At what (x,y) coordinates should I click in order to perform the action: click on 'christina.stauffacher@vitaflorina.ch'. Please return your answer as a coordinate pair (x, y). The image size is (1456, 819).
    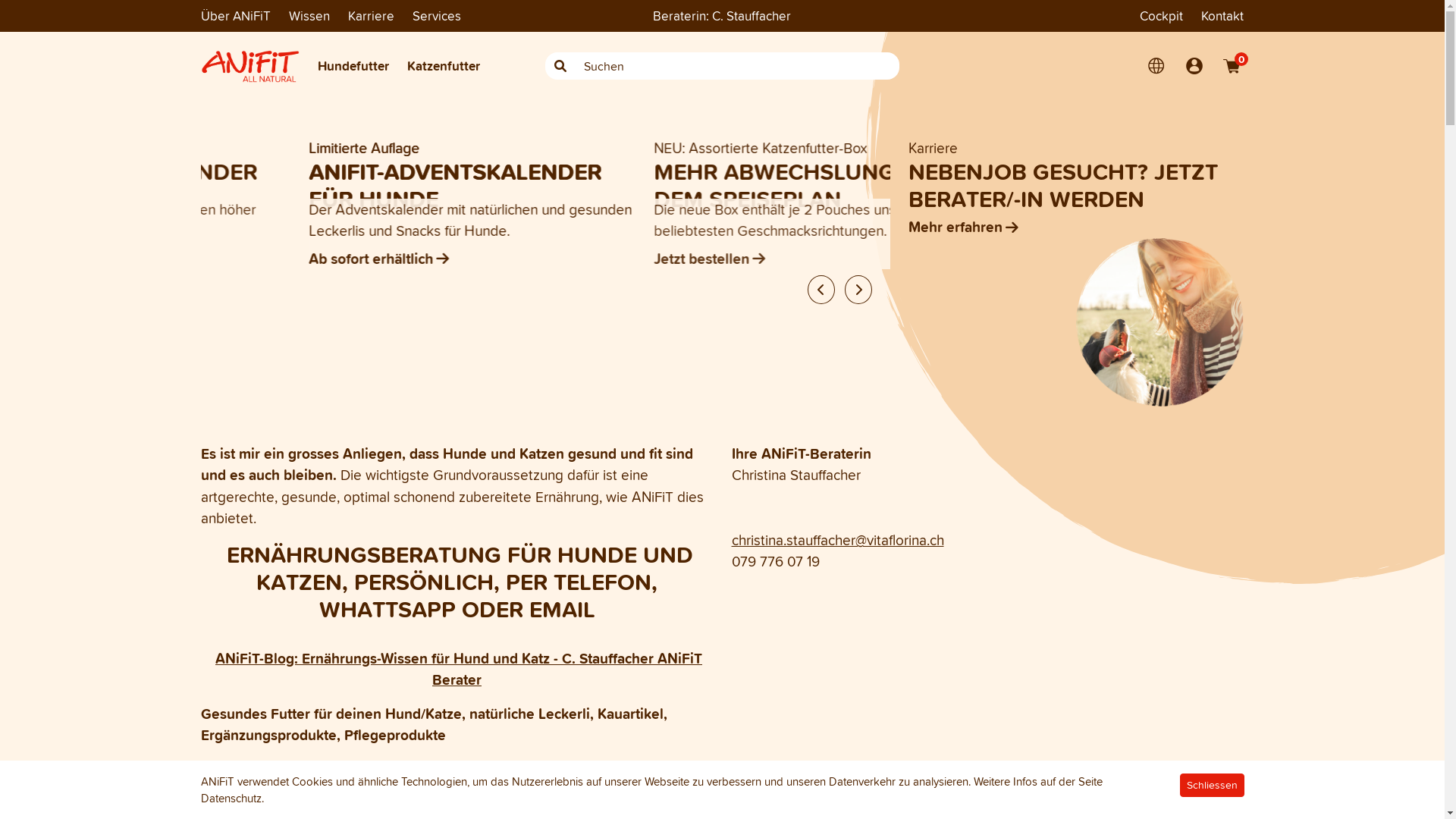
    Looking at the image, I should click on (836, 539).